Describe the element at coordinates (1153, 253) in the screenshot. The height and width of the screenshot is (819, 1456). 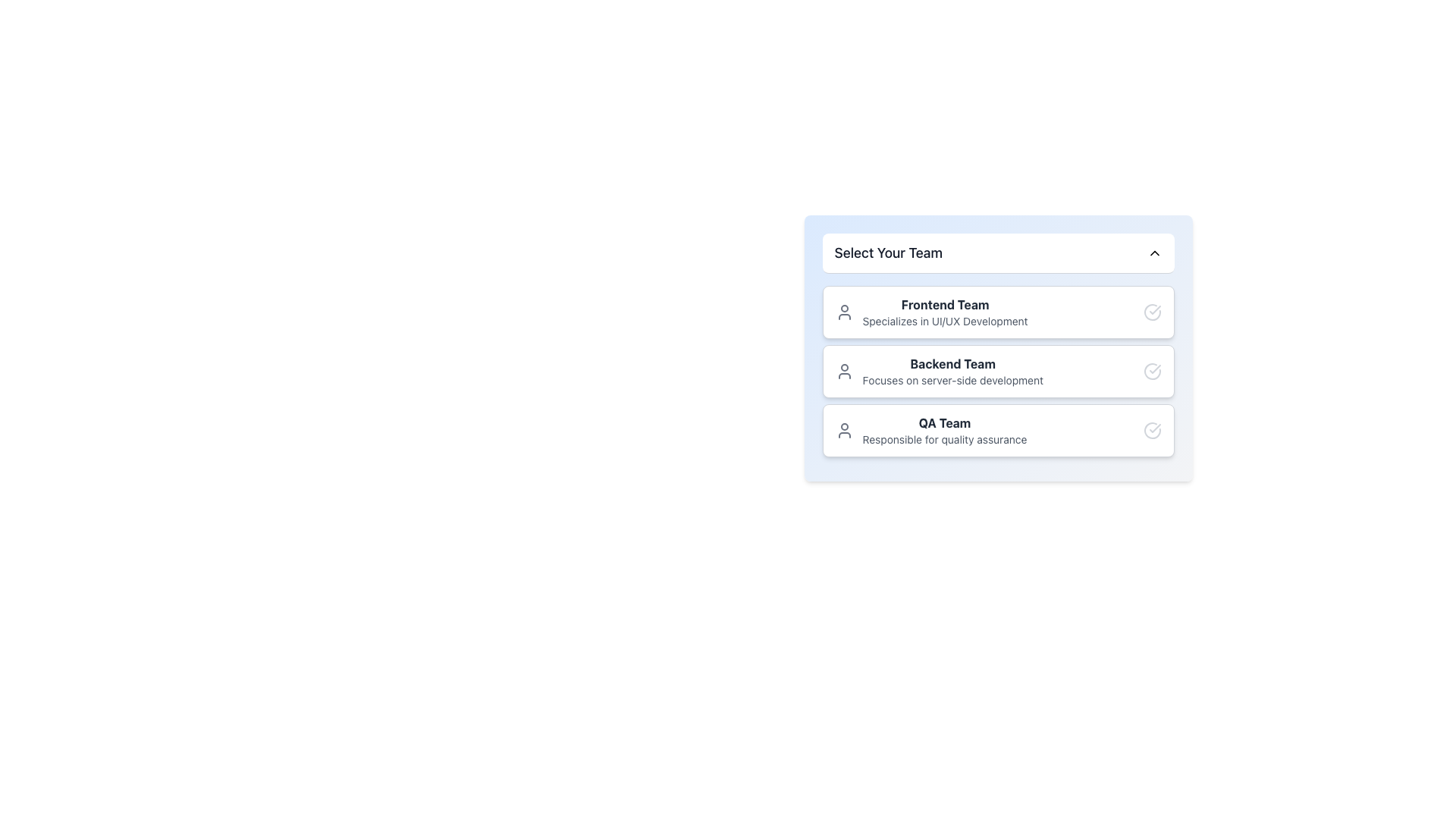
I see `the Chevron Up icon located to the far right of the 'Select Your Team' label` at that location.